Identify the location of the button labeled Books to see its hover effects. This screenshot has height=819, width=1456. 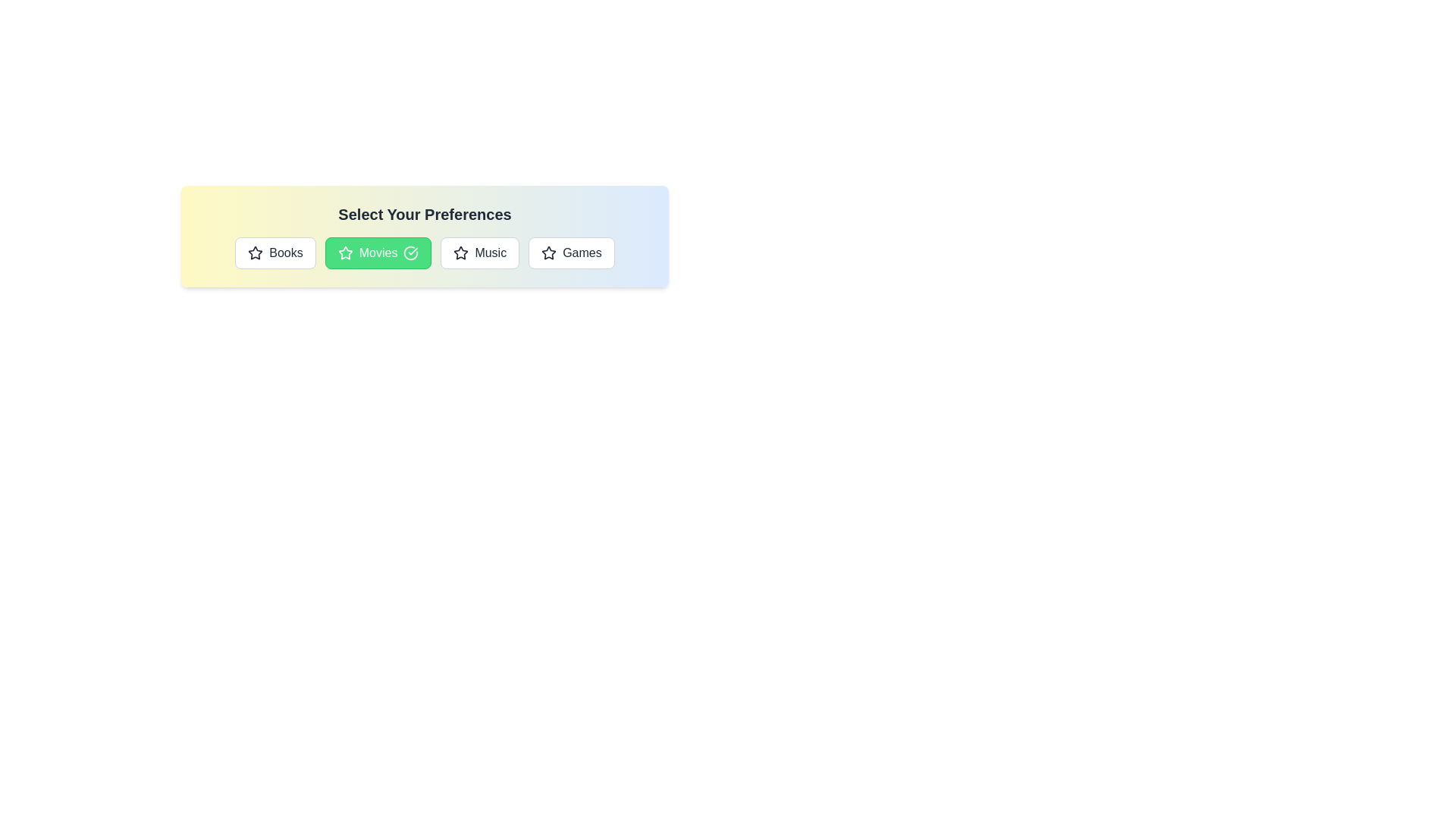
(275, 253).